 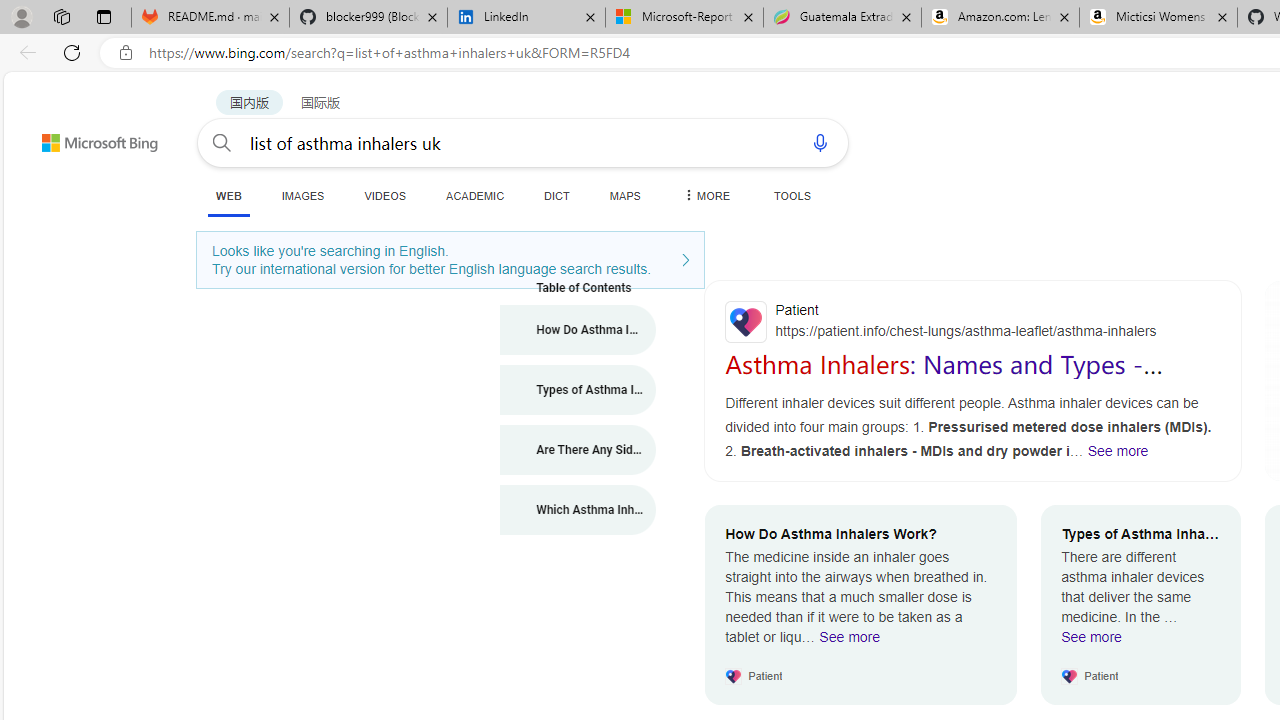 I want to click on 'WEB', so click(x=228, y=195).